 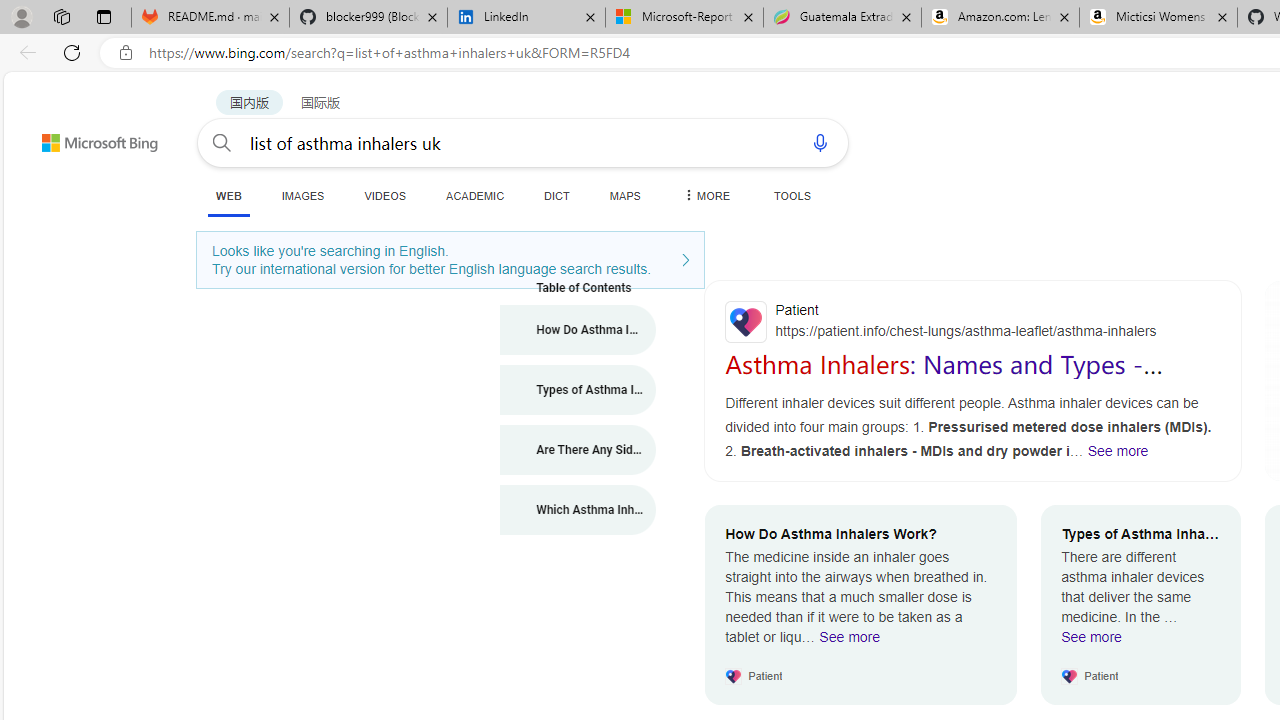 I want to click on 'WEB', so click(x=228, y=195).